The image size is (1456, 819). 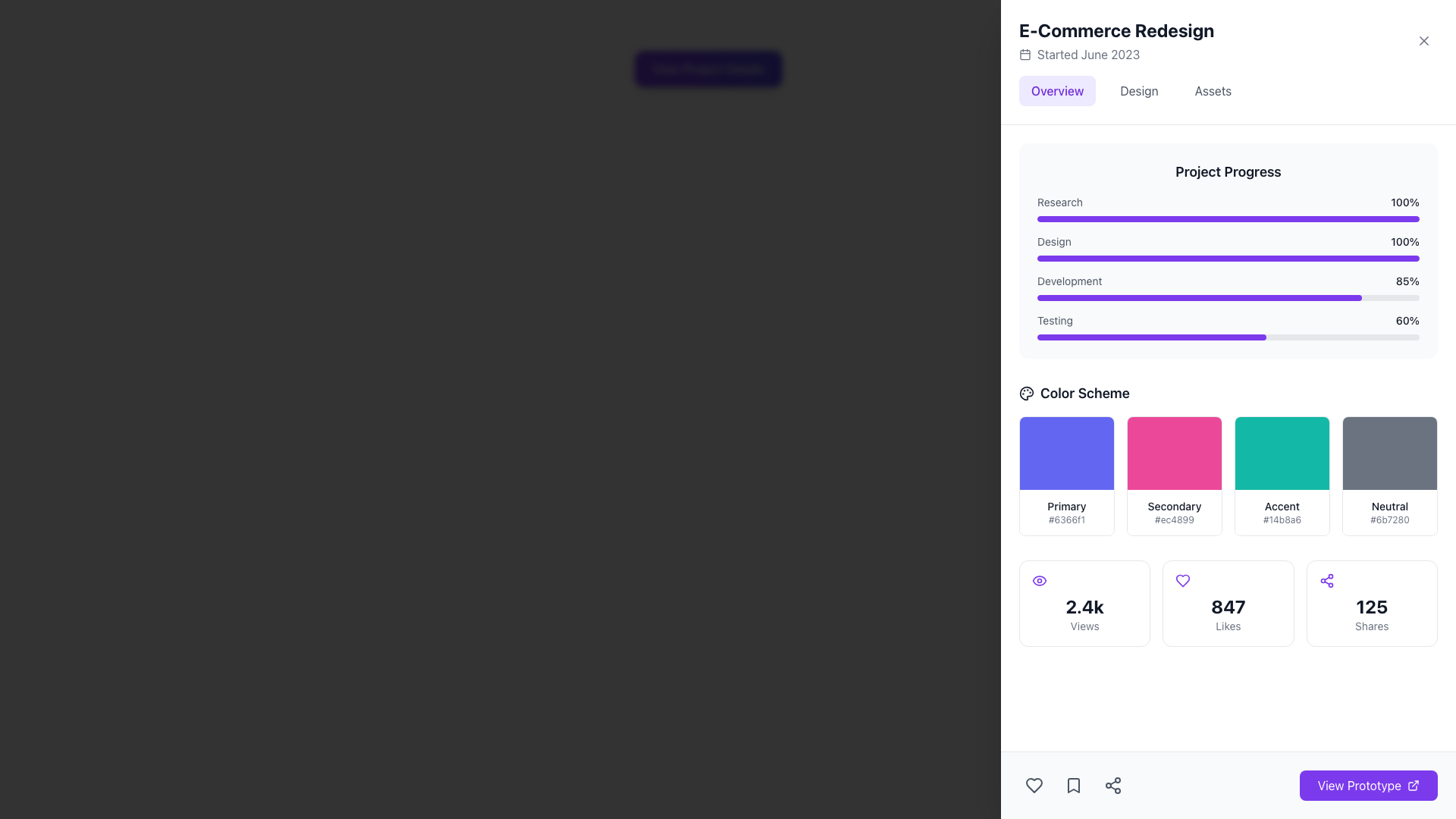 I want to click on the Header element titled 'E-Commerce Redesign' which includes a subheading 'Started June 2023' and a calendar icon, located at the top-right section of the interface, so click(x=1116, y=40).